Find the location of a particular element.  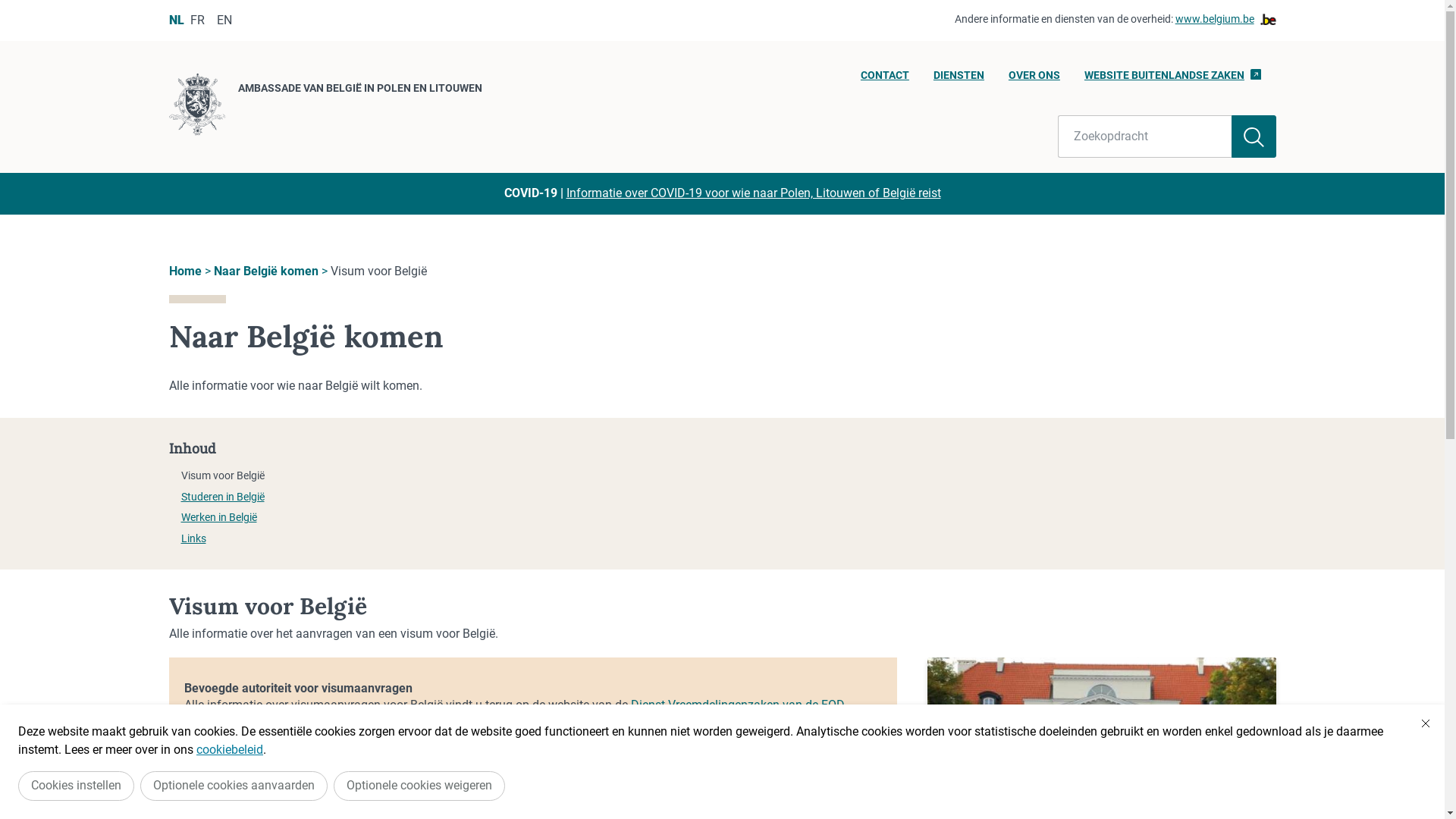

'Optionele cookies weigeren' is located at coordinates (419, 785).